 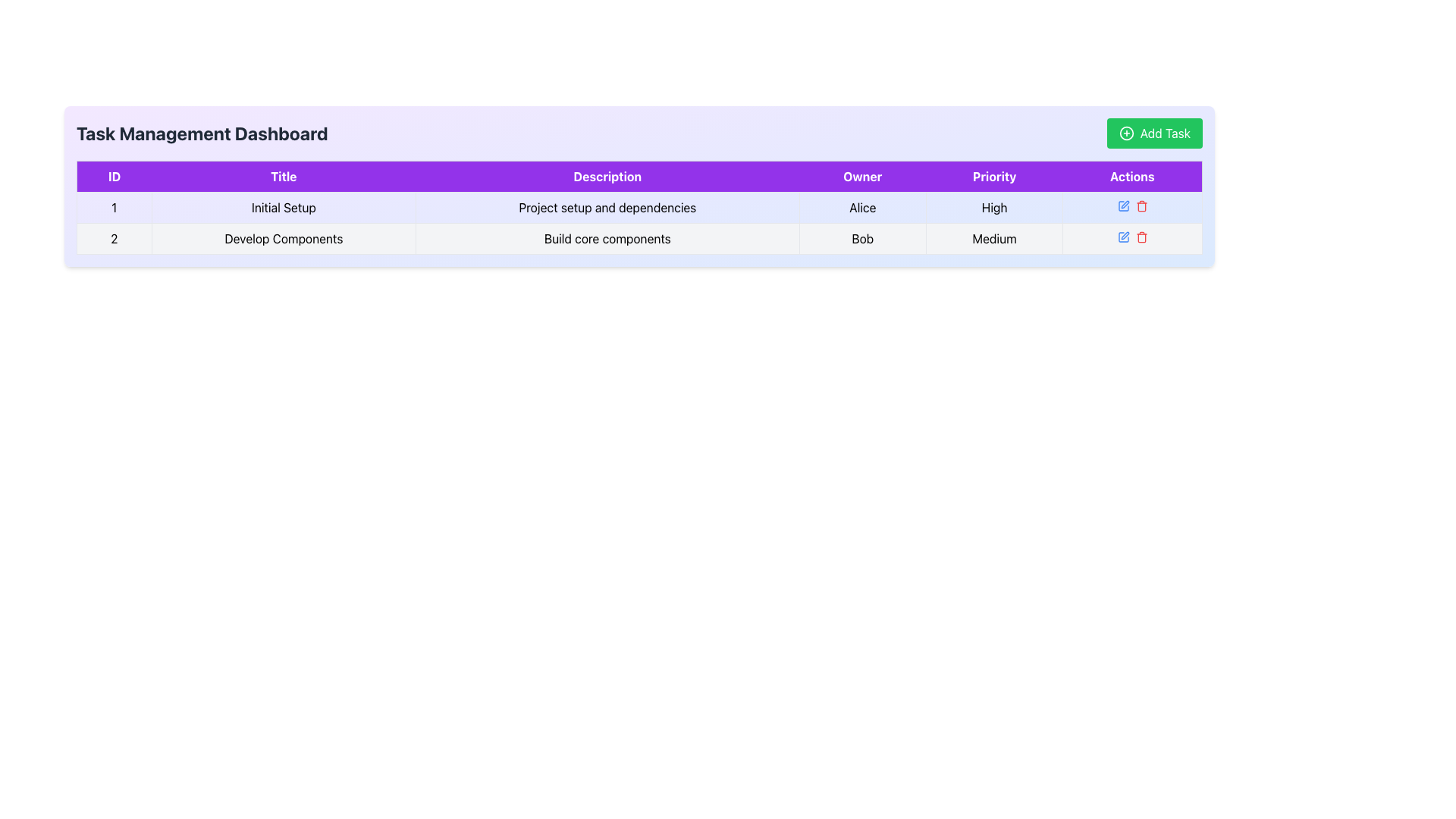 I want to click on the square-shaped icon with rounded lines located in the 'Actions' column of the second row of the table, so click(x=1123, y=206).